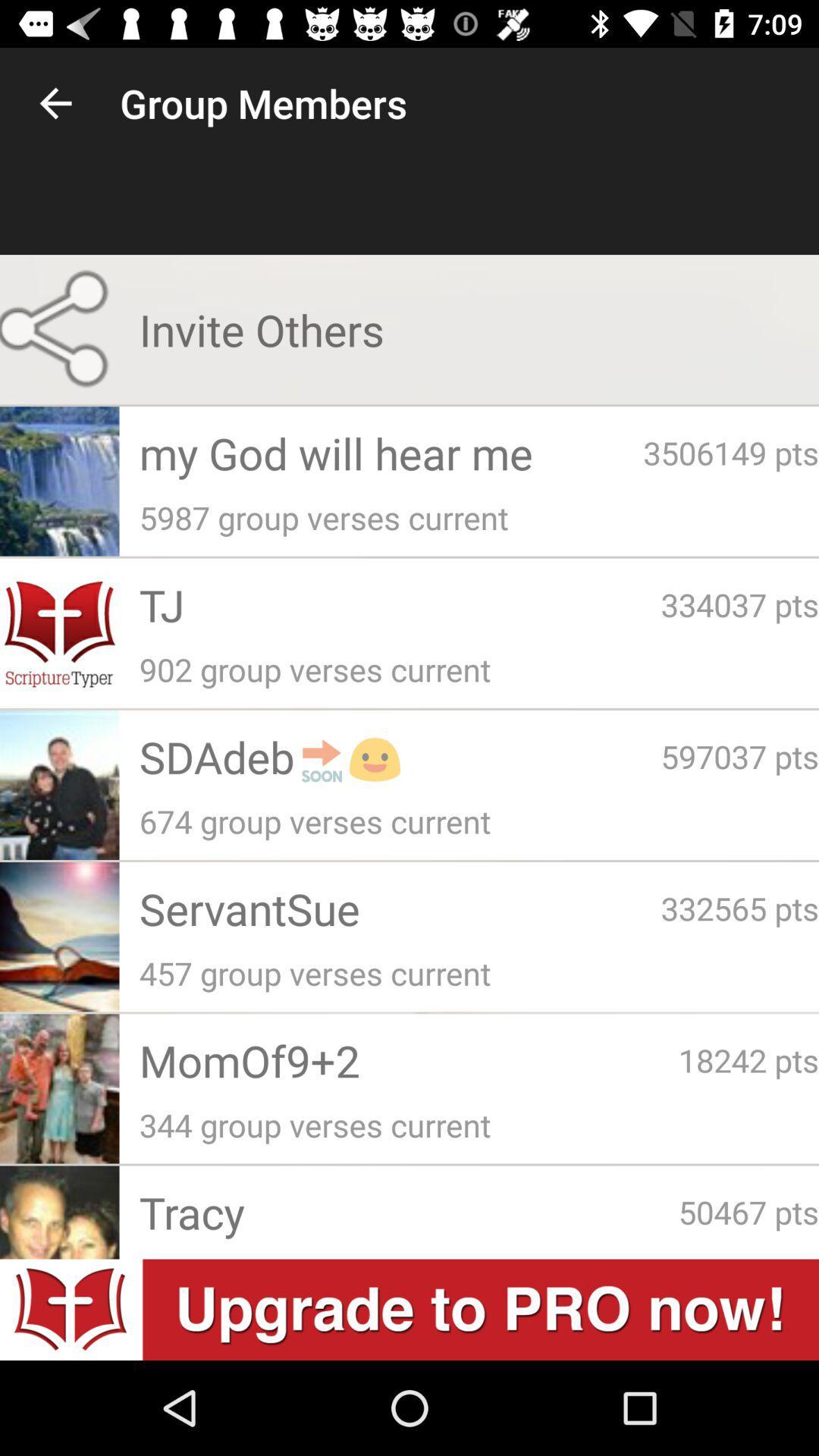  What do you see at coordinates (408, 1059) in the screenshot?
I see `item to the left of the 18242 pts` at bounding box center [408, 1059].